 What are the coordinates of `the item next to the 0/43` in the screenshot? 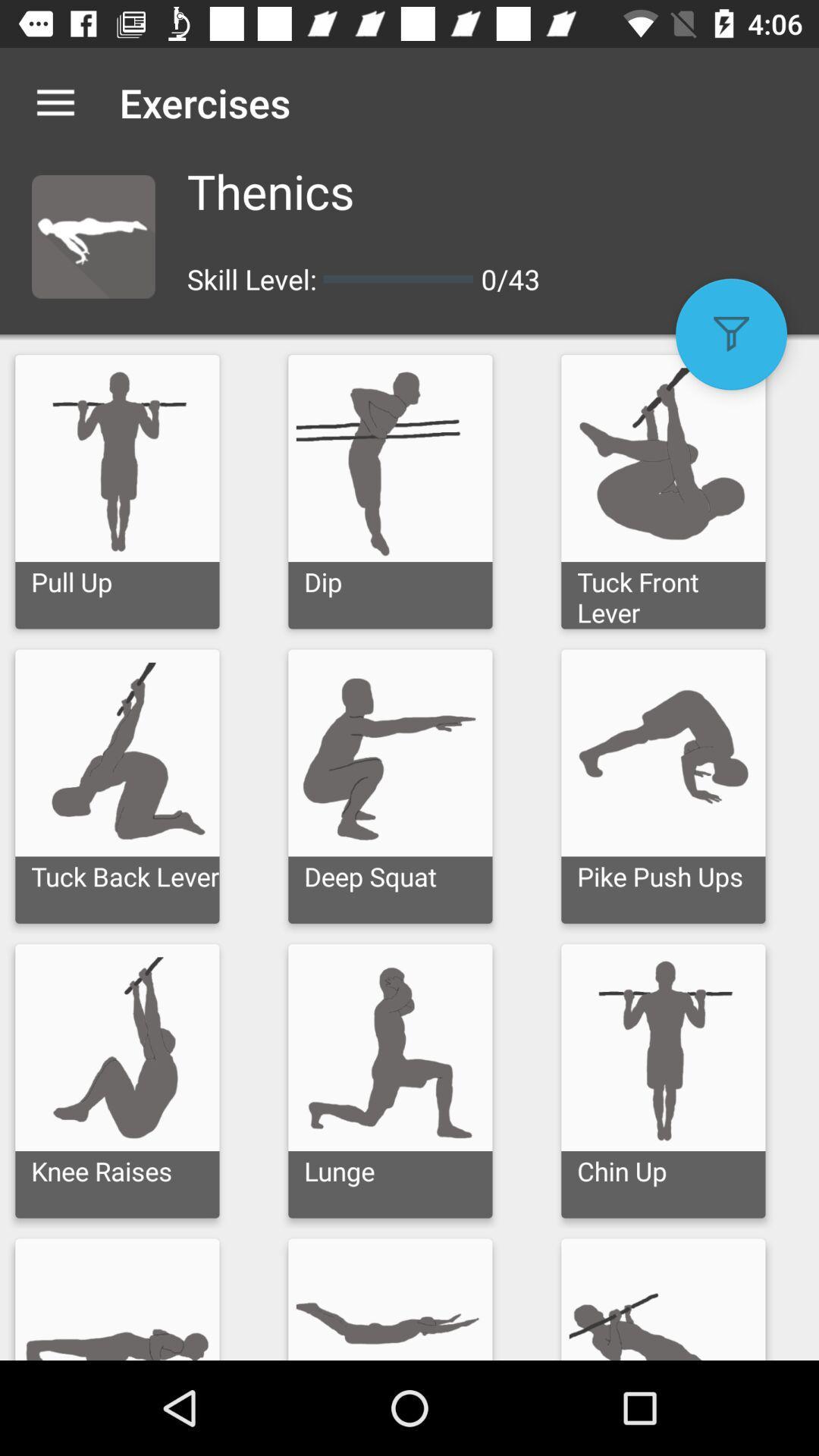 It's located at (730, 334).